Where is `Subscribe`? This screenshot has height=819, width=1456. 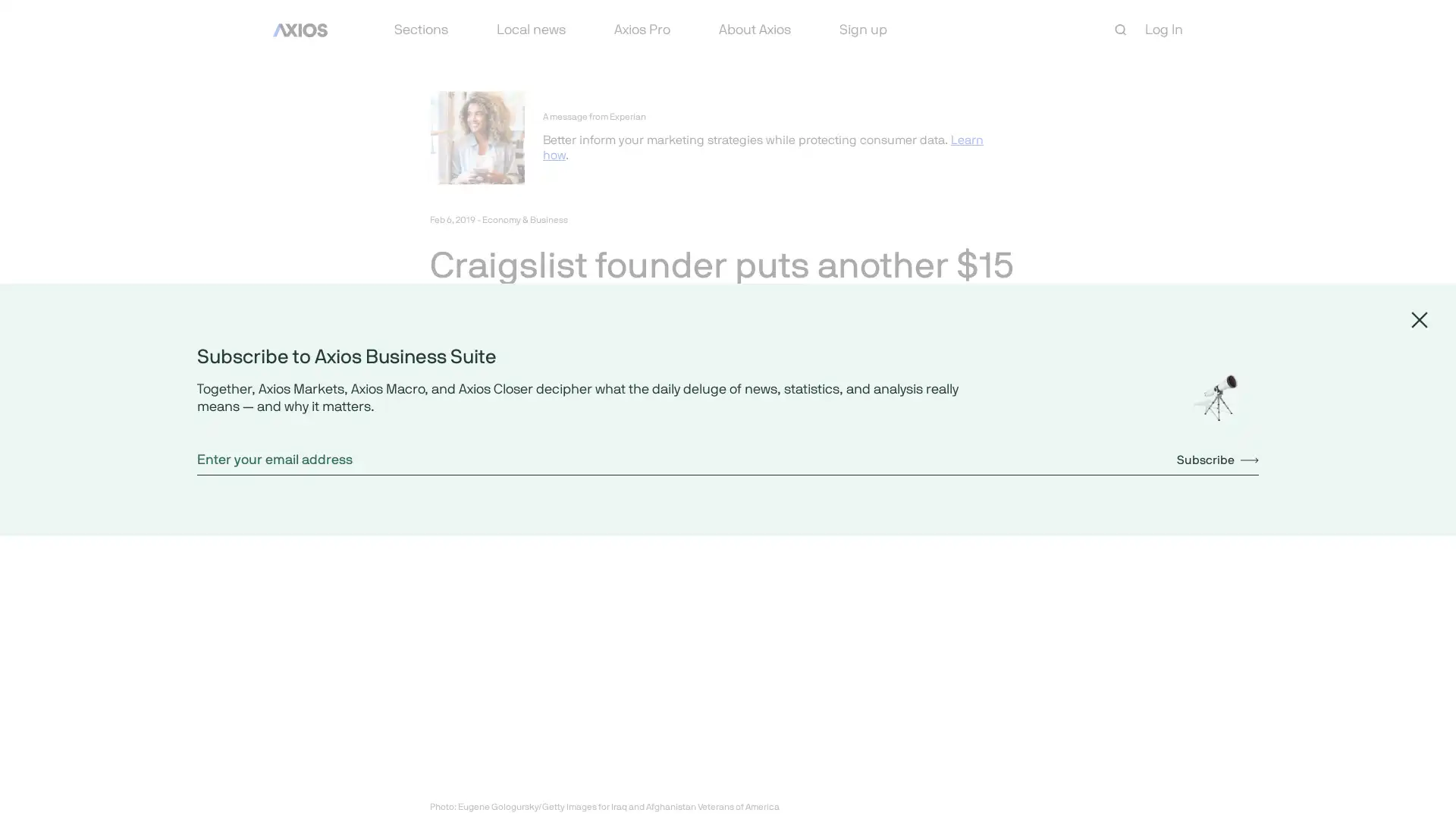
Subscribe is located at coordinates (1218, 458).